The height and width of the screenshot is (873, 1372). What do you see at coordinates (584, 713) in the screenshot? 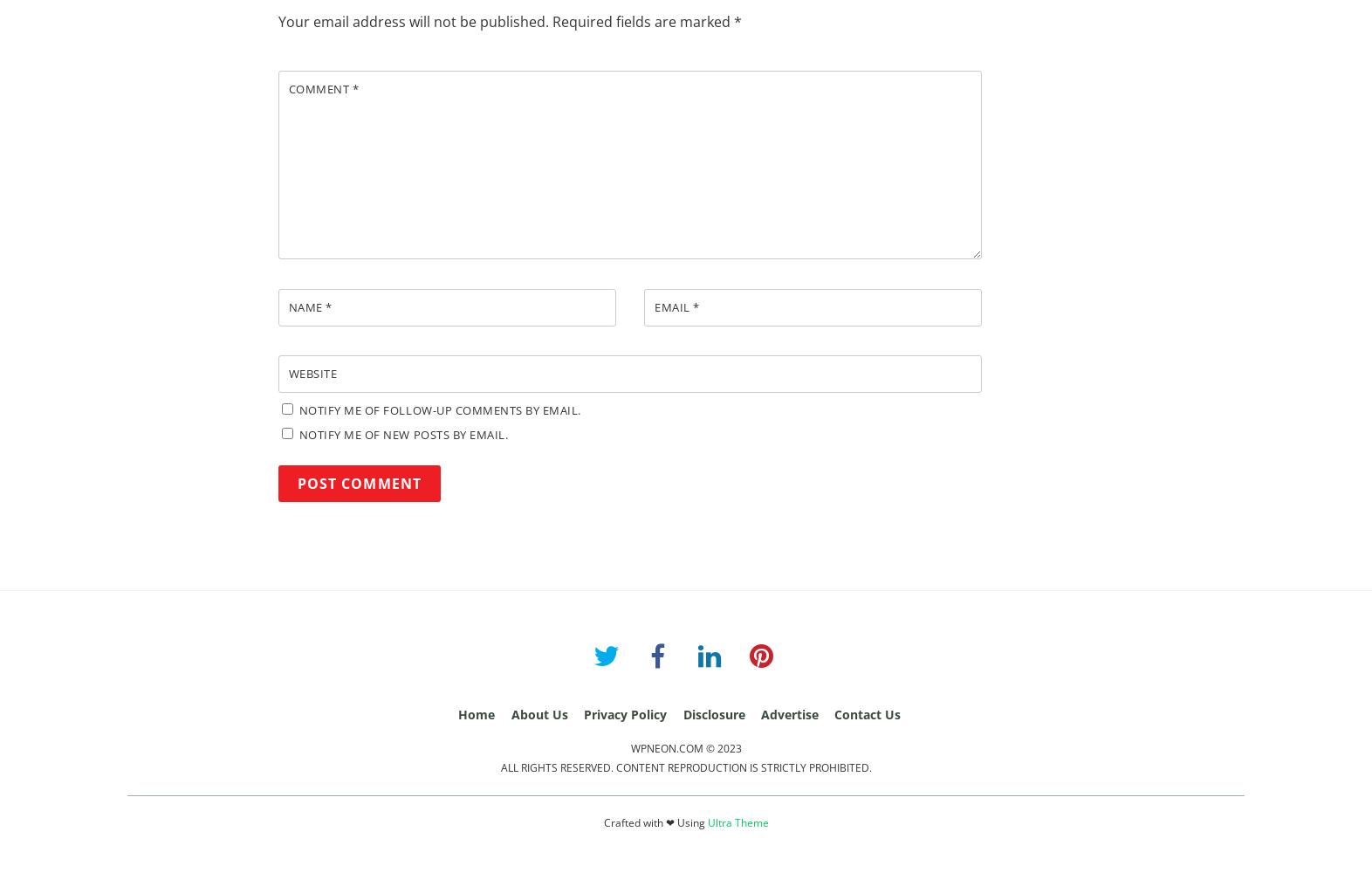
I see `'Privacy Policy'` at bounding box center [584, 713].